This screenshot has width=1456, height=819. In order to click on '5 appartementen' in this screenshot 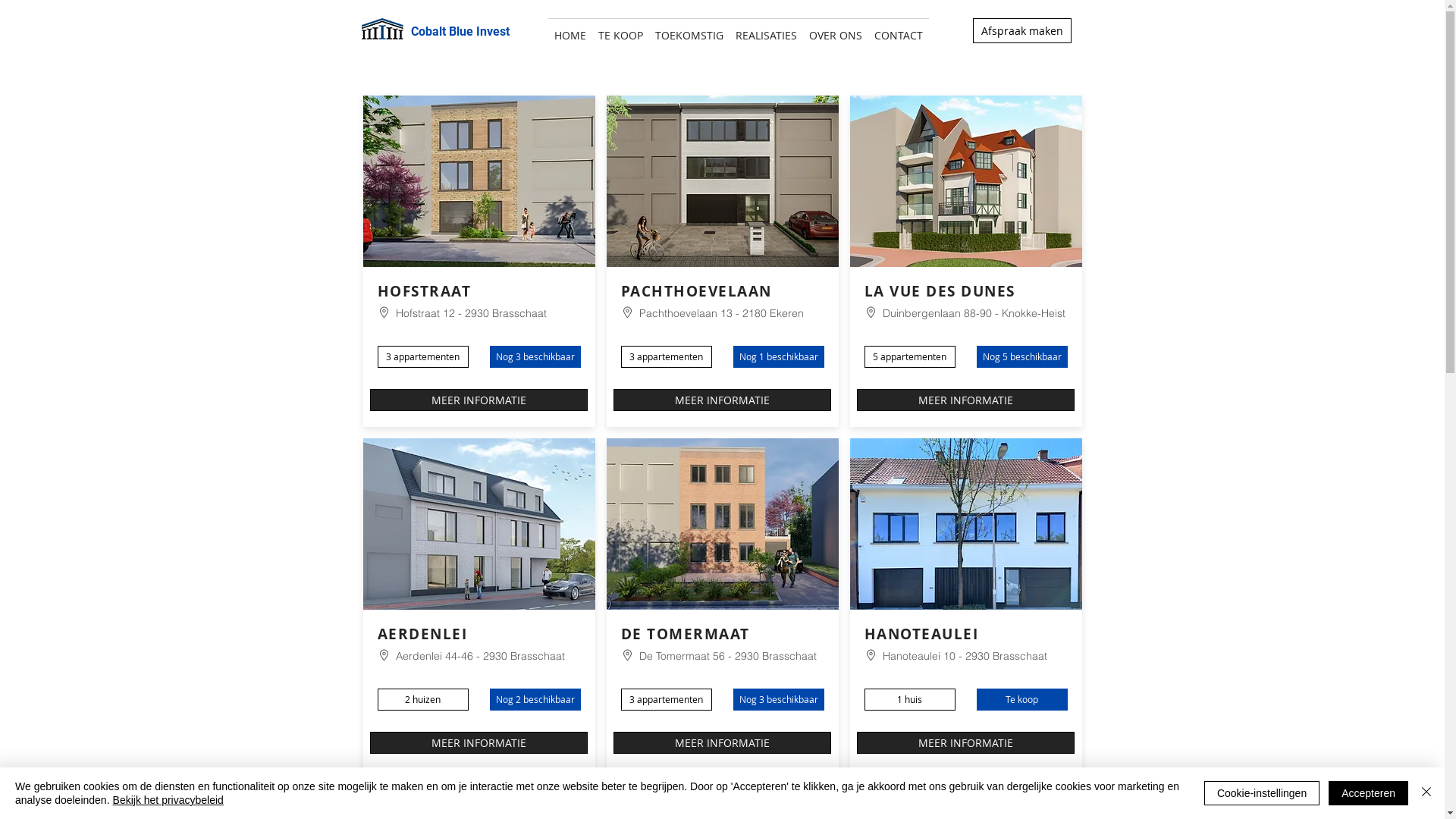, I will do `click(910, 356)`.